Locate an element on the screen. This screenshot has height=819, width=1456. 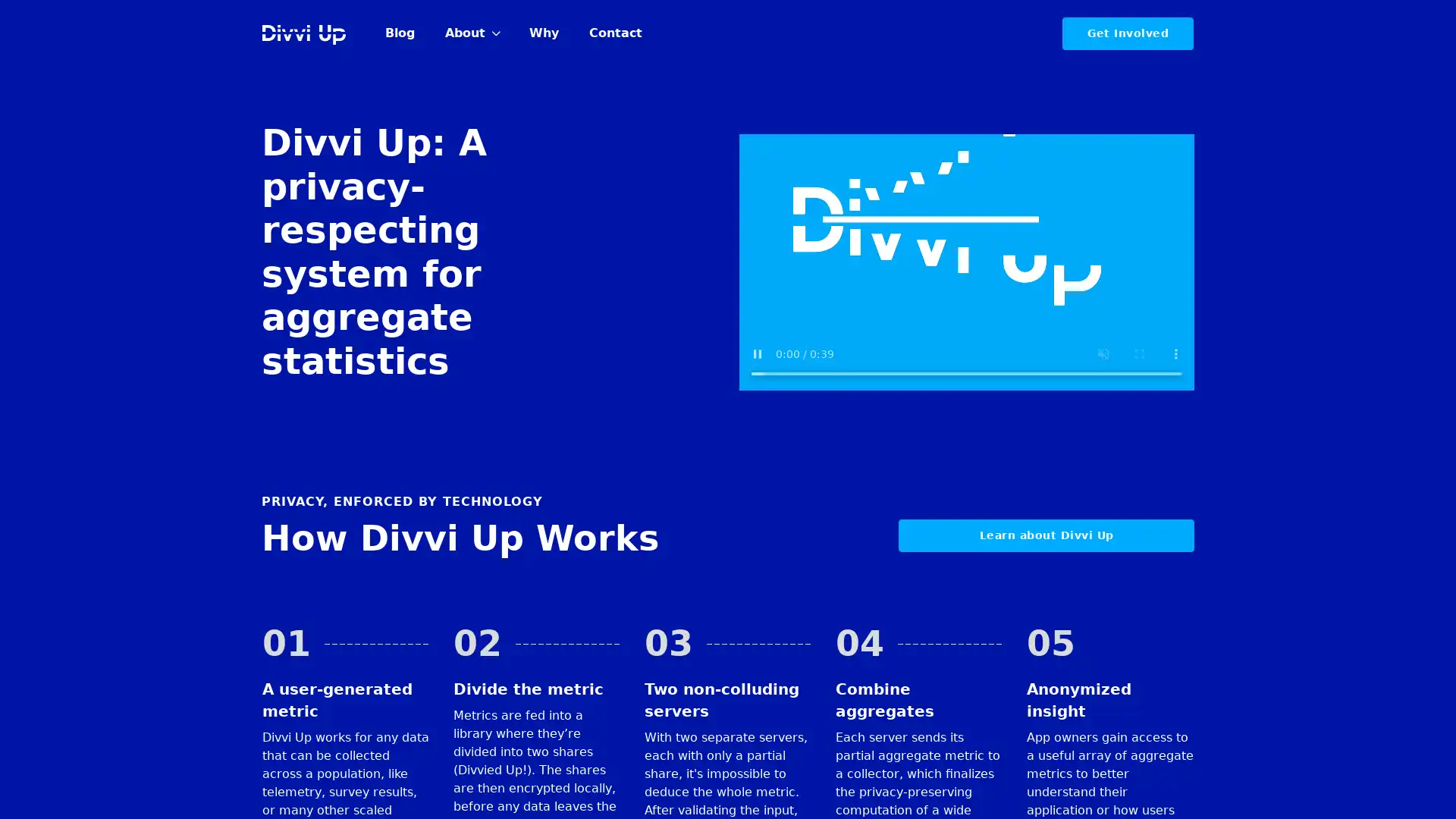
unmute is located at coordinates (1103, 353).